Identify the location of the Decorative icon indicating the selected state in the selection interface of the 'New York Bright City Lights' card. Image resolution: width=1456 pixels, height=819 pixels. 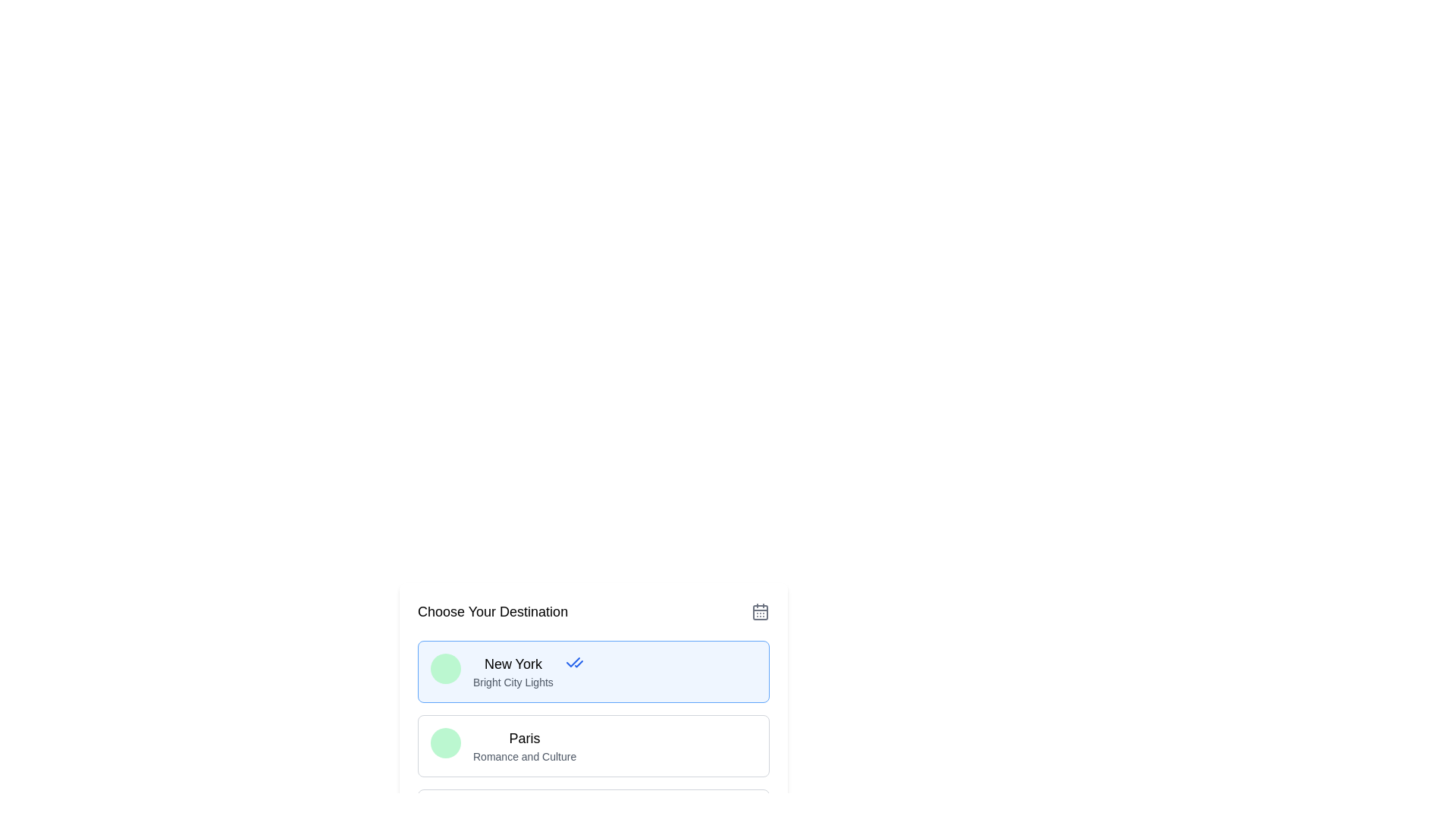
(573, 662).